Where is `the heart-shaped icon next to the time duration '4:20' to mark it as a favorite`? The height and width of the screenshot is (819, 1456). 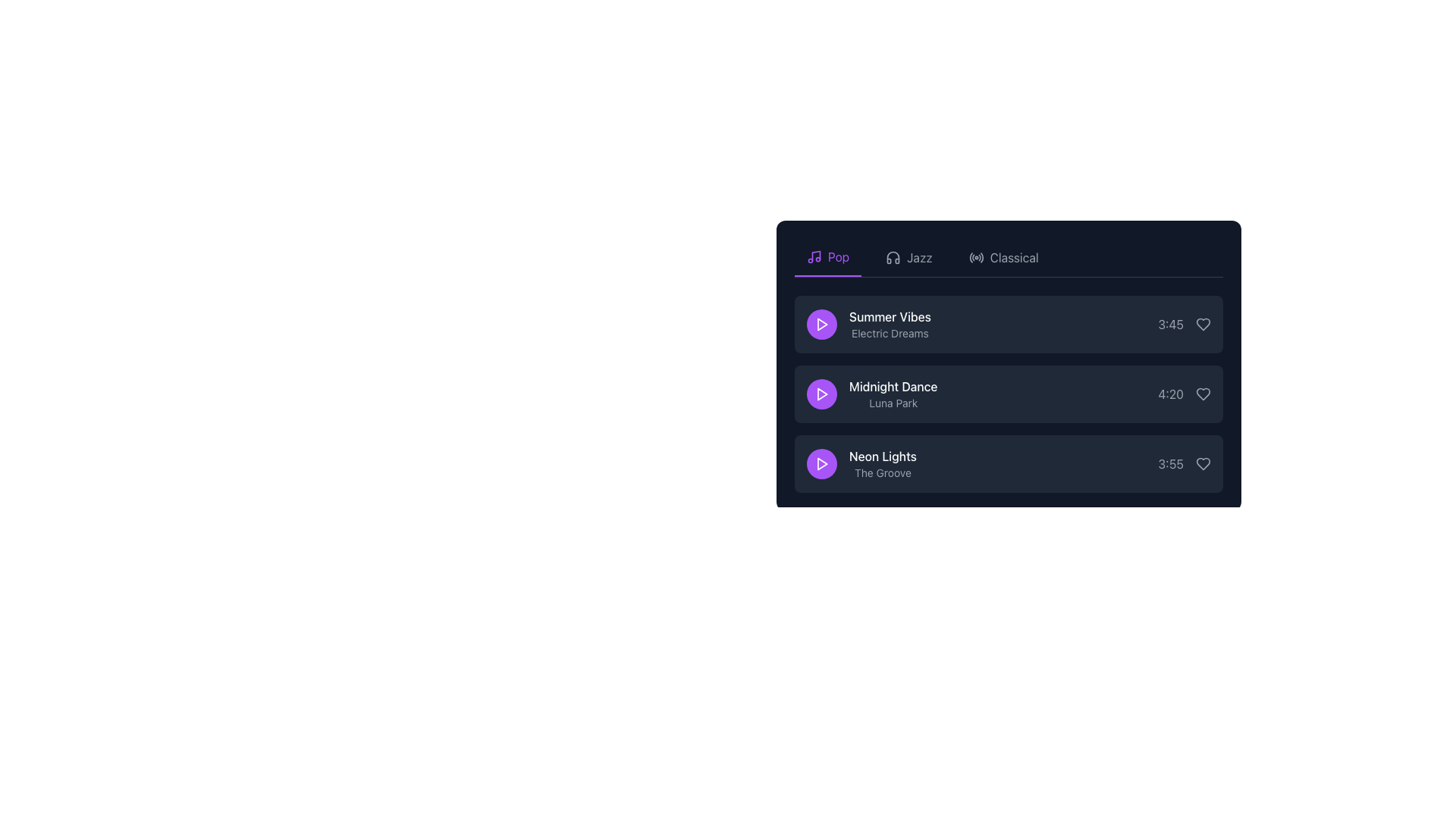 the heart-shaped icon next to the time duration '4:20' to mark it as a favorite is located at coordinates (1203, 394).